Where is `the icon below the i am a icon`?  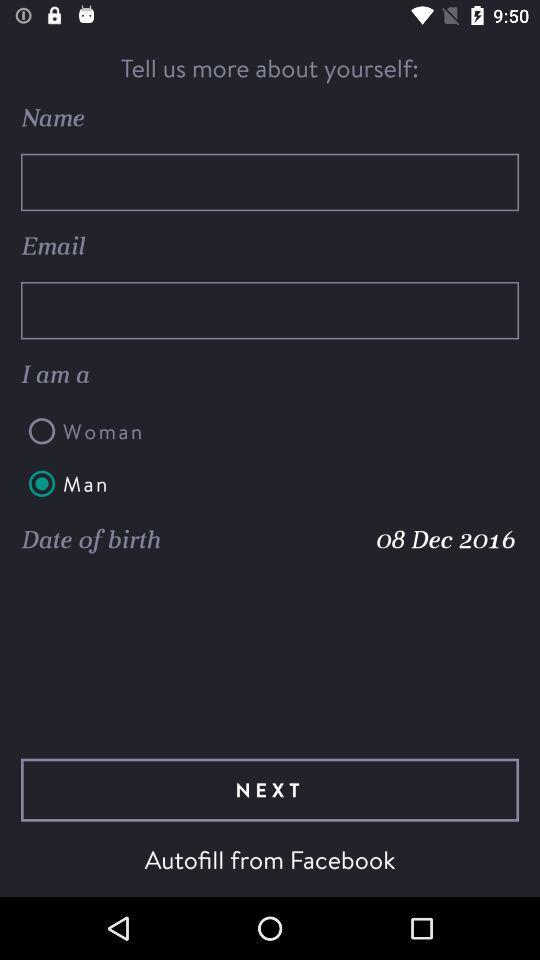
the icon below the i am a icon is located at coordinates (270, 431).